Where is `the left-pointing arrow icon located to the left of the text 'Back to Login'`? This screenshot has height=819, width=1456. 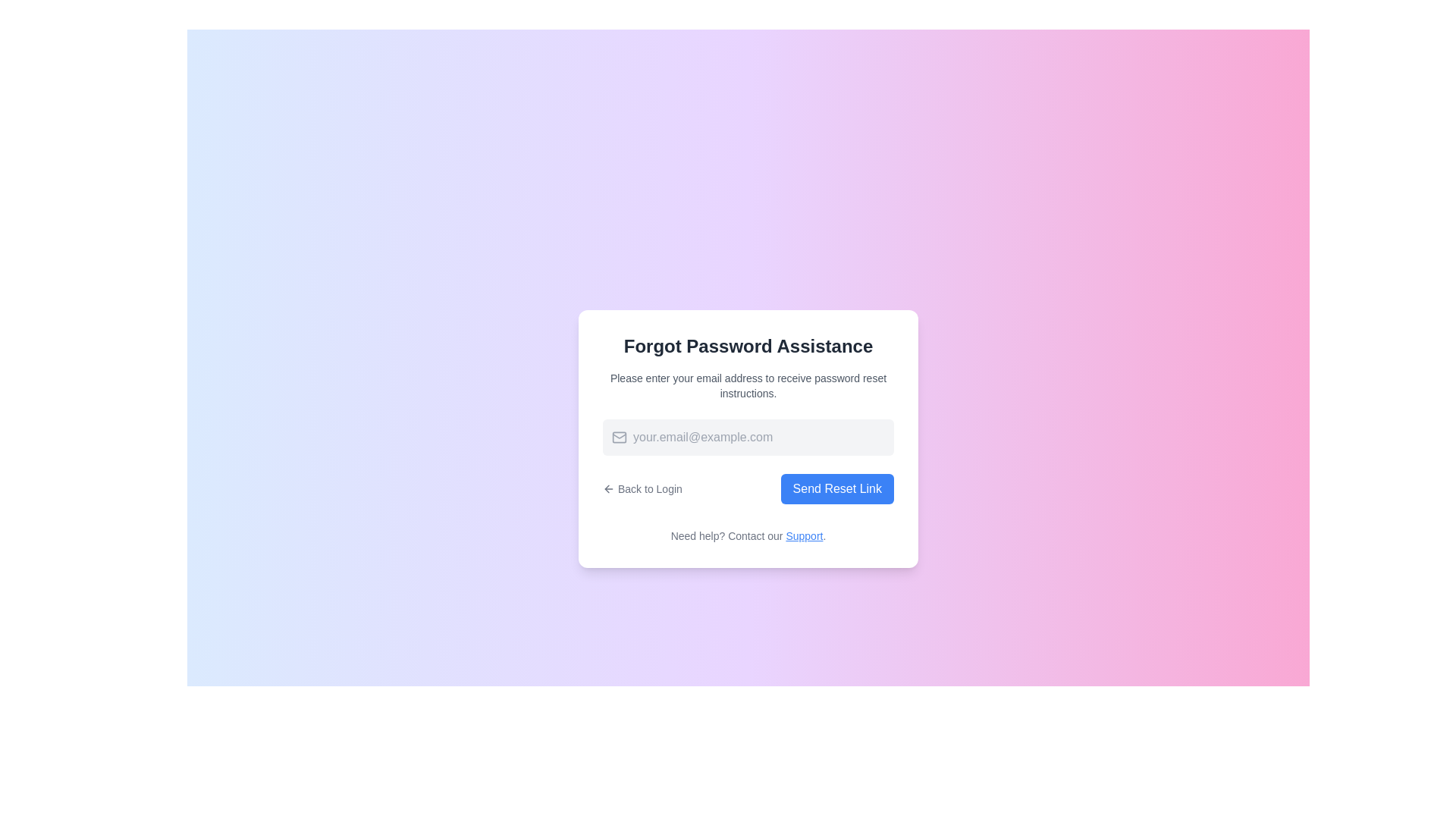 the left-pointing arrow icon located to the left of the text 'Back to Login' is located at coordinates (608, 488).